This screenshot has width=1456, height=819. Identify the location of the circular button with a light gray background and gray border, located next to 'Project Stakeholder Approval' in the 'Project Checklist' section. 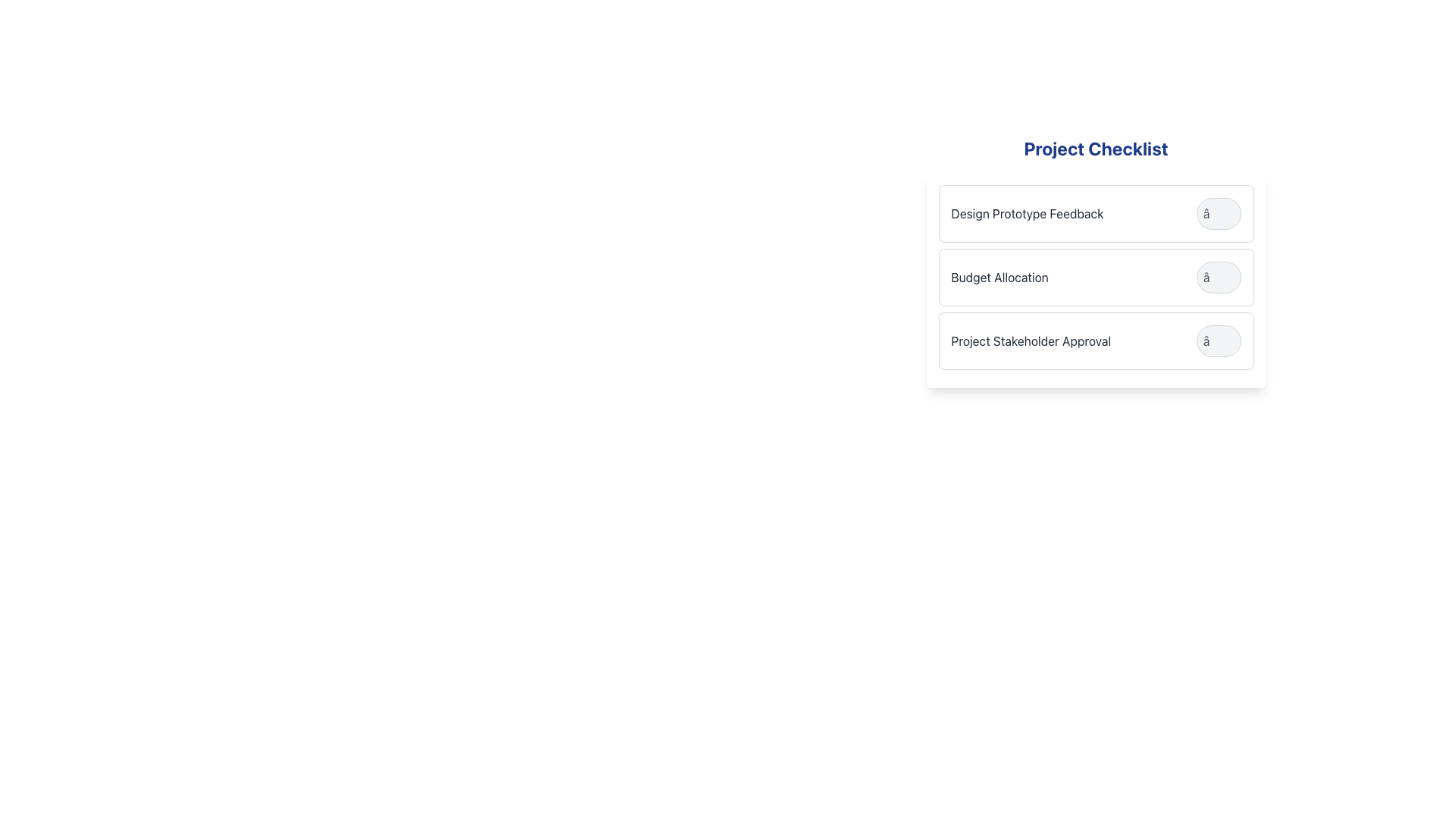
(1219, 341).